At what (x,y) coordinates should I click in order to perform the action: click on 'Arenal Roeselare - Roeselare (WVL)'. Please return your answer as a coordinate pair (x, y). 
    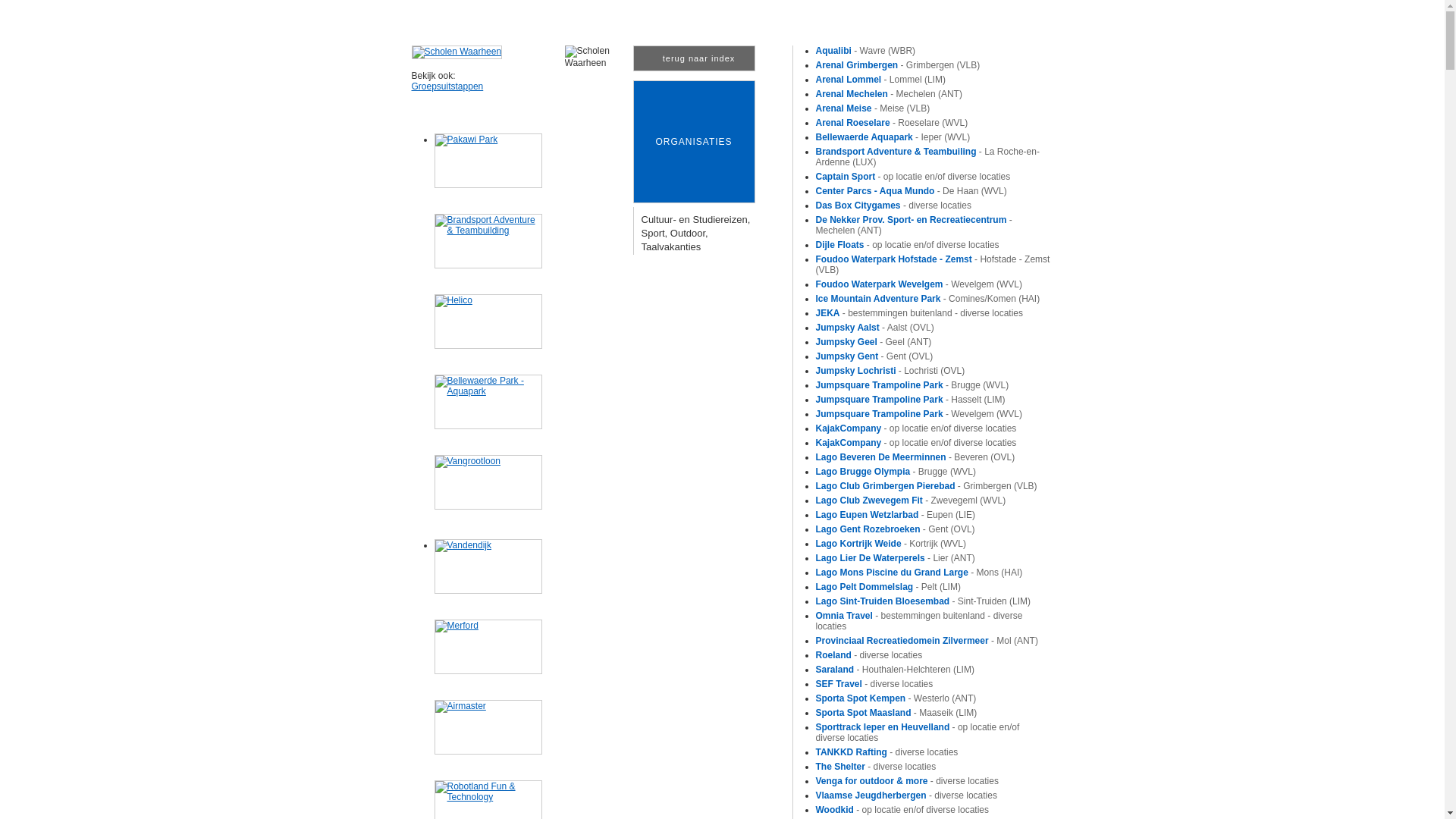
    Looking at the image, I should click on (892, 122).